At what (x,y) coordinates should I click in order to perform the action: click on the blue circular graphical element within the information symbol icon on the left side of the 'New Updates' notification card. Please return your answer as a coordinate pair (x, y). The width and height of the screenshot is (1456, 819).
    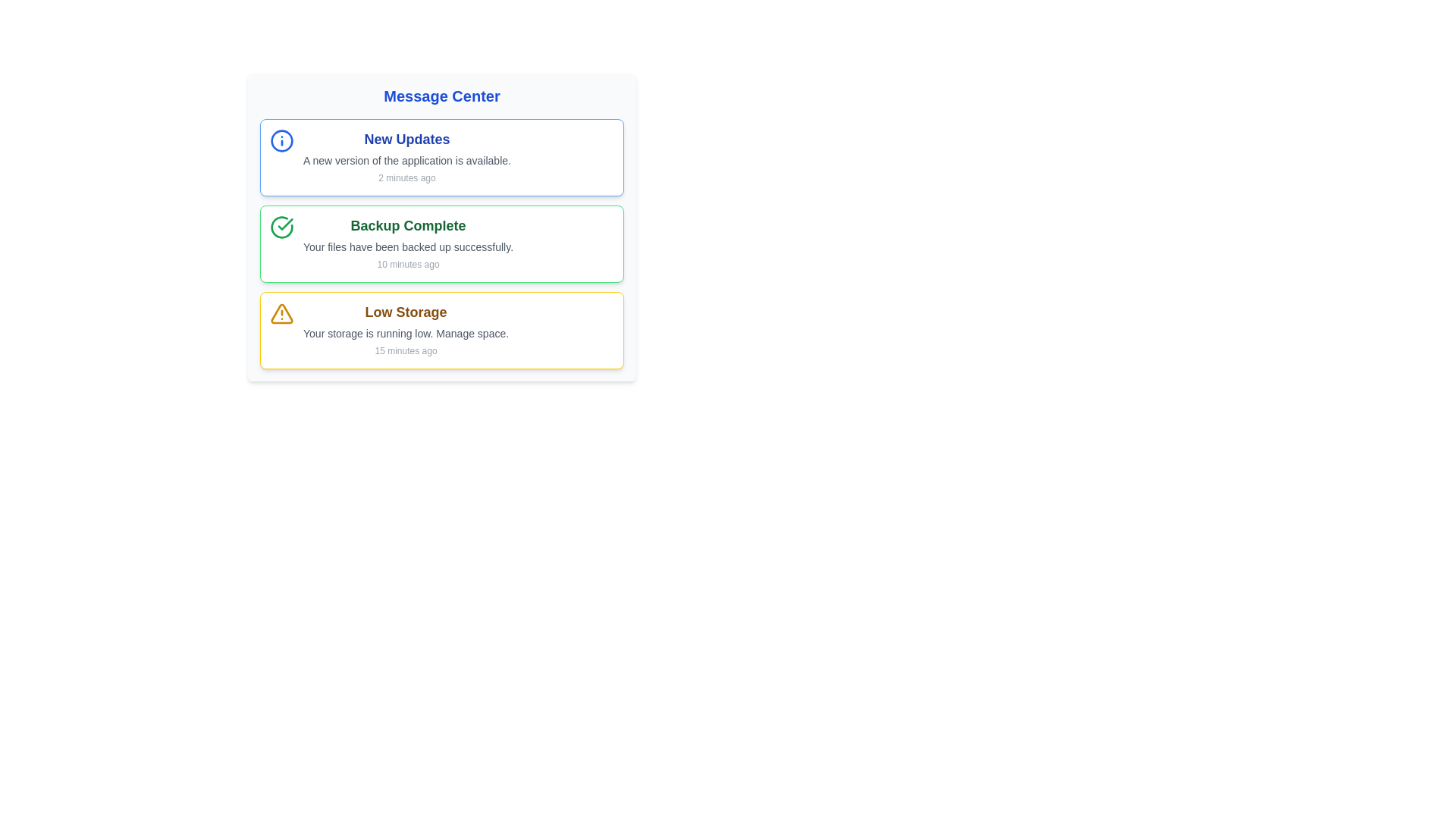
    Looking at the image, I should click on (282, 140).